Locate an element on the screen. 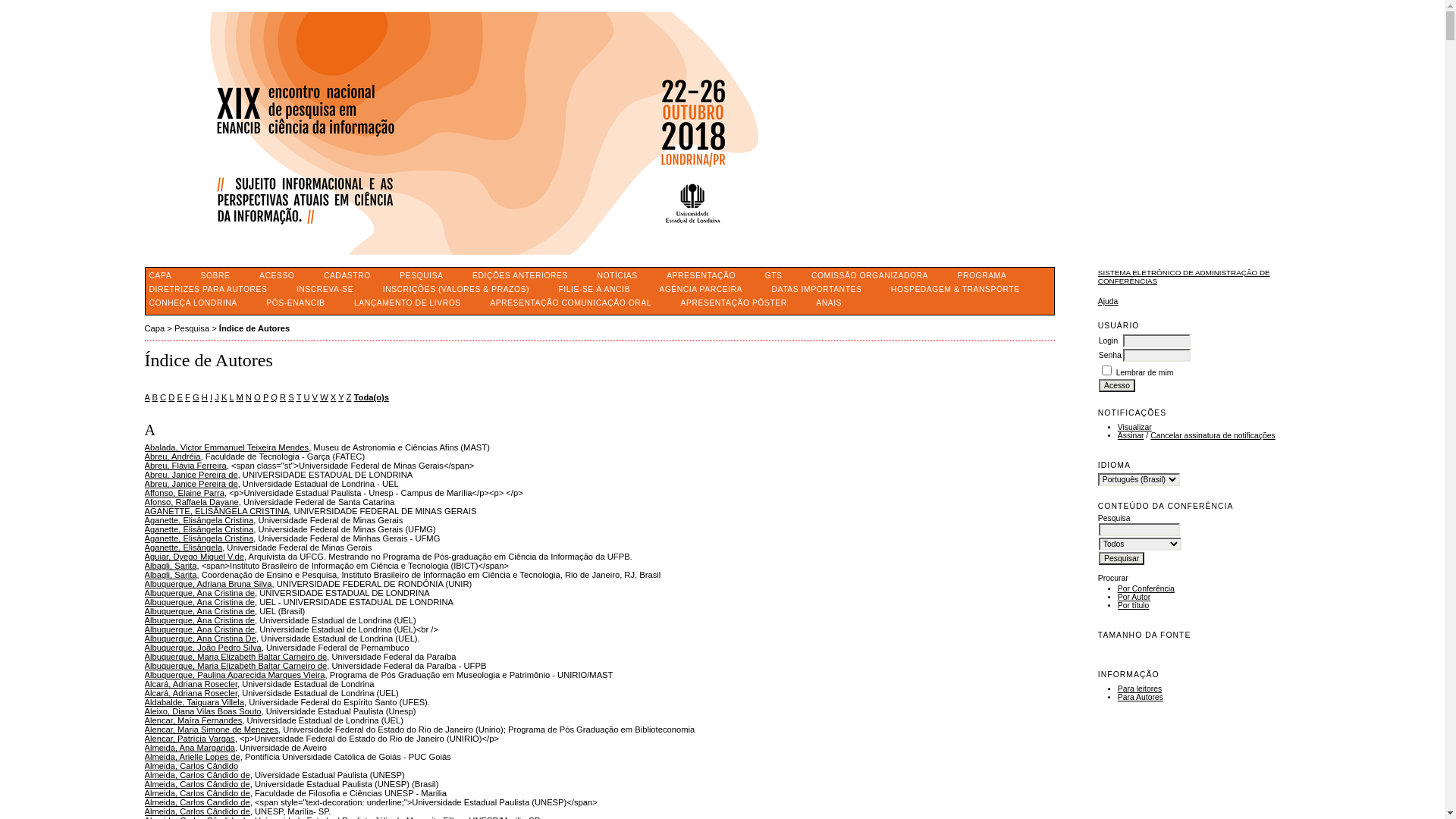 The image size is (1456, 819). 'O' is located at coordinates (257, 397).